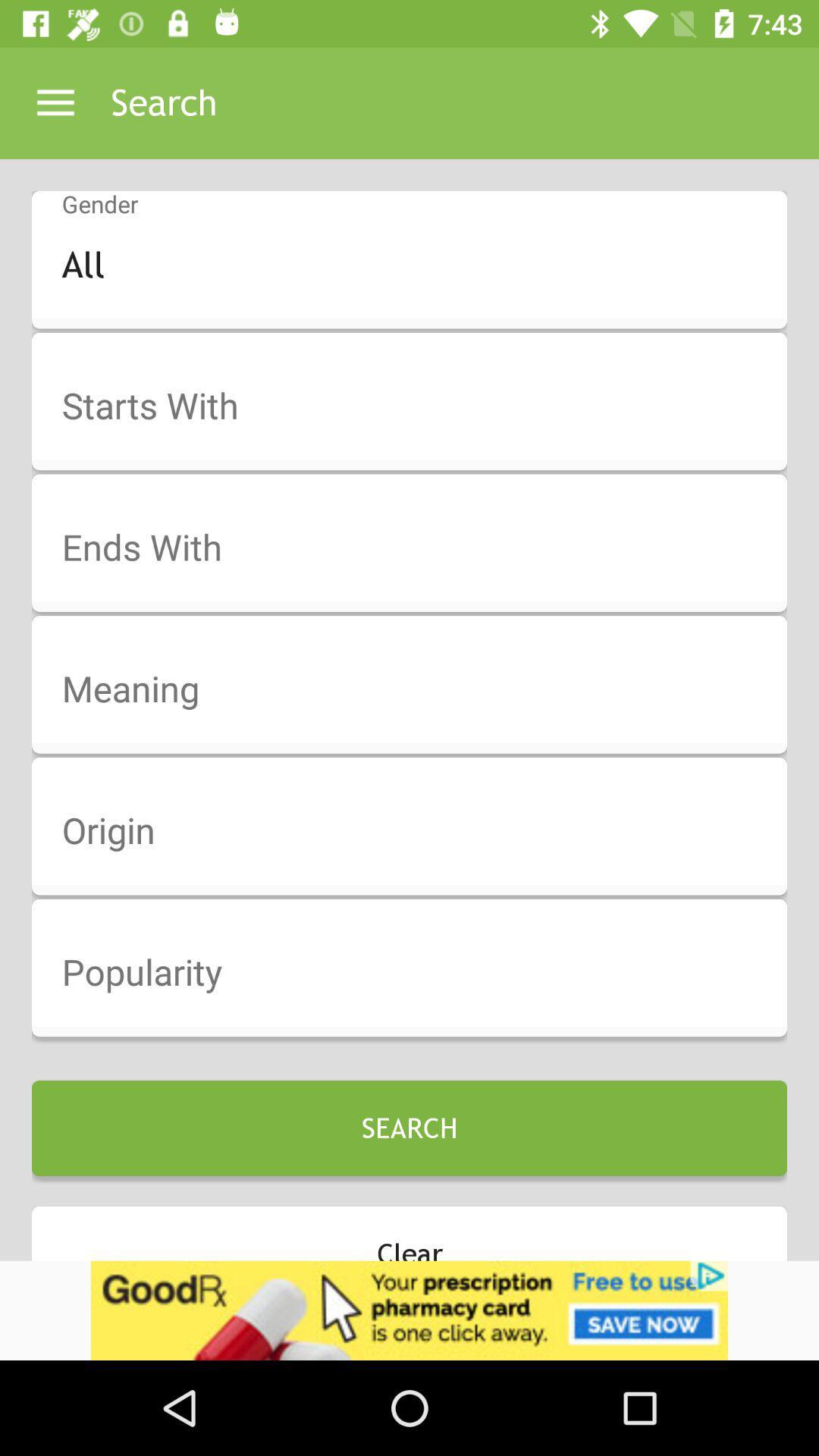  What do you see at coordinates (419, 548) in the screenshot?
I see `switch autoplay option` at bounding box center [419, 548].